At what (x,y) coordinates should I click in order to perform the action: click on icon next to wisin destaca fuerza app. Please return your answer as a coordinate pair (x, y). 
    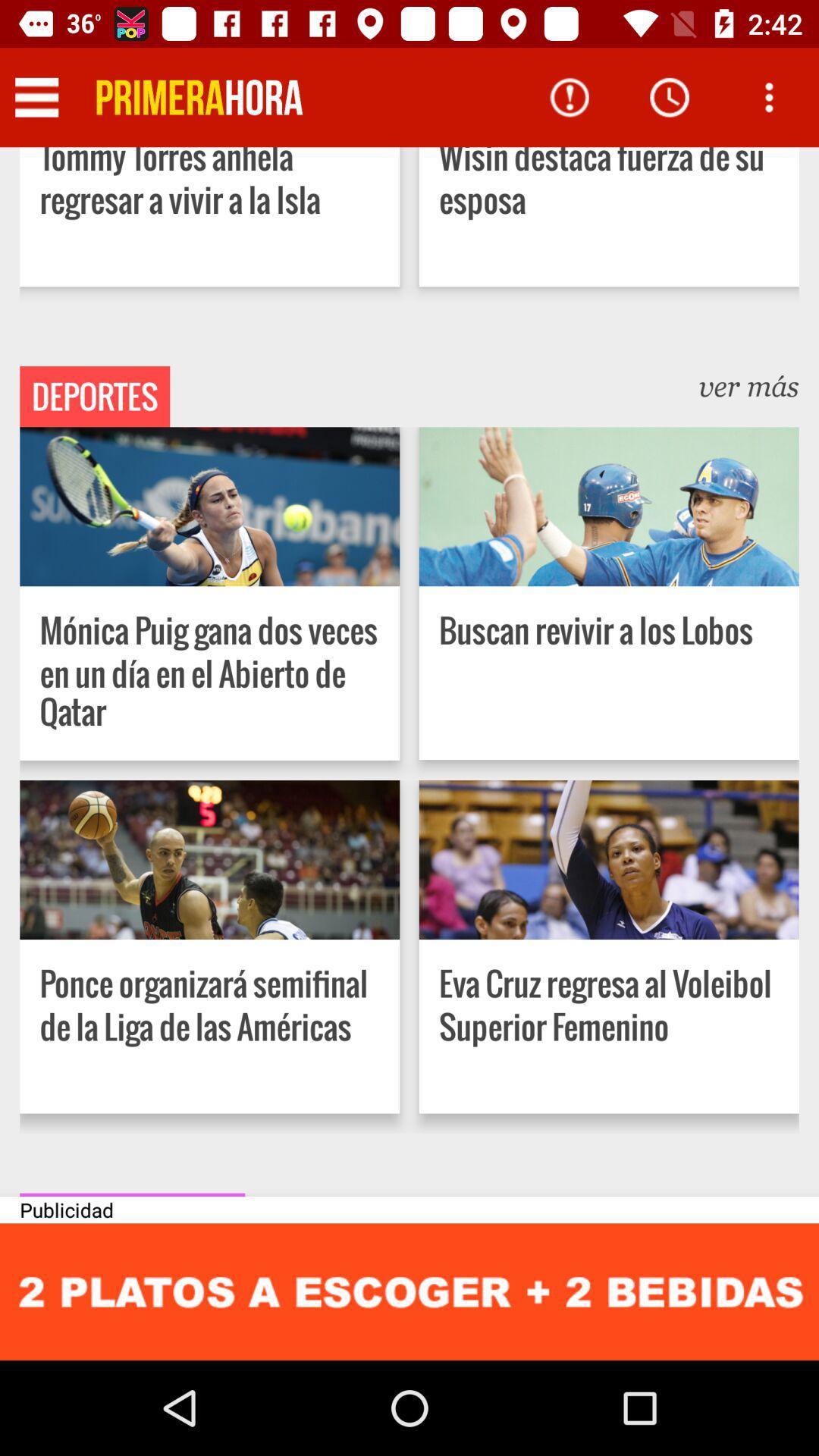
    Looking at the image, I should click on (199, 96).